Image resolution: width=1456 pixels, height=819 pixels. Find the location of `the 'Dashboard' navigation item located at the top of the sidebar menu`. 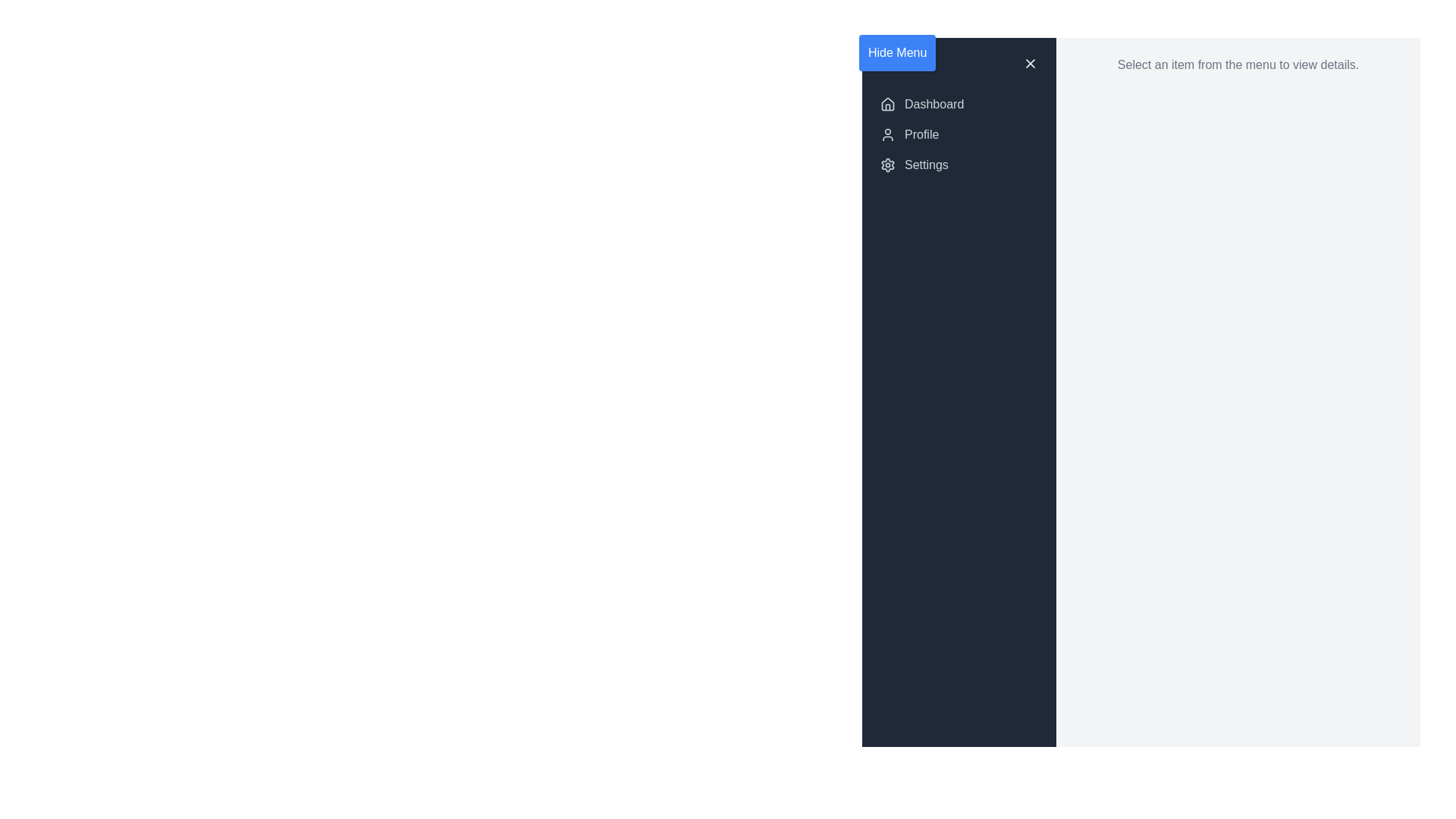

the 'Dashboard' navigation item located at the top of the sidebar menu is located at coordinates (959, 104).